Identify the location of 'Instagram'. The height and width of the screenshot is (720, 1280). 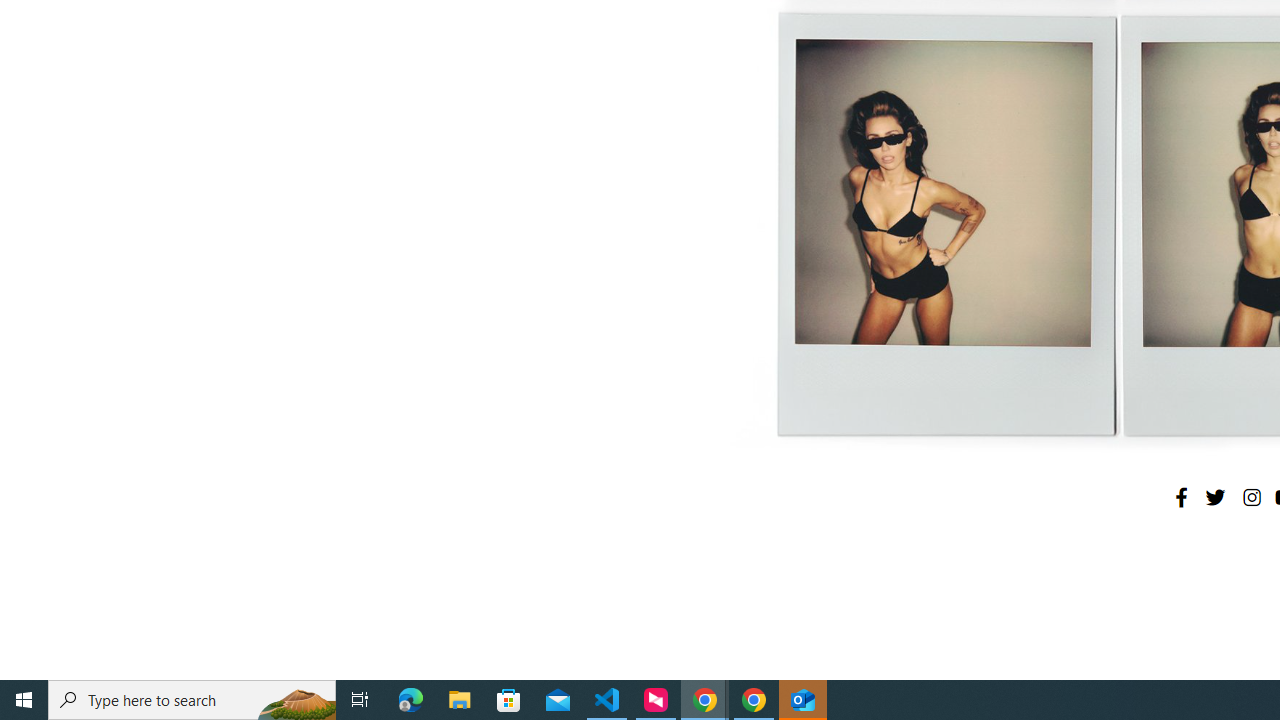
(1250, 496).